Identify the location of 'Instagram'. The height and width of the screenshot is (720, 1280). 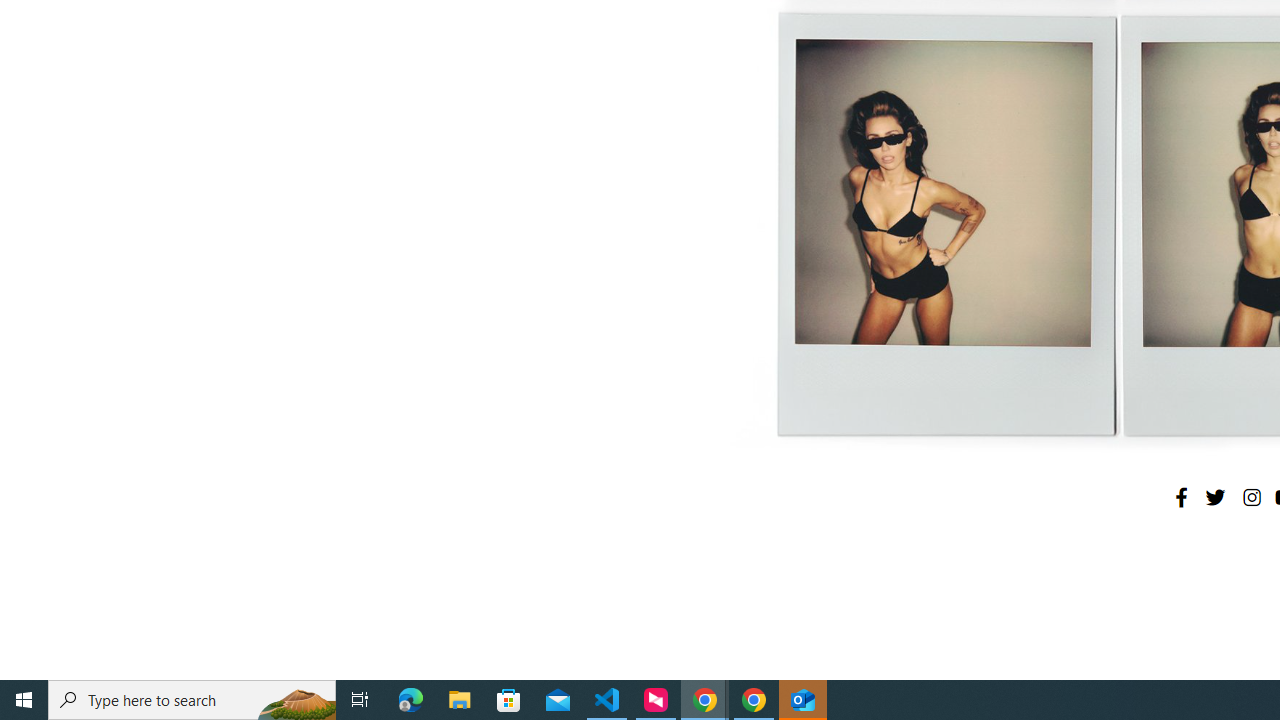
(1250, 496).